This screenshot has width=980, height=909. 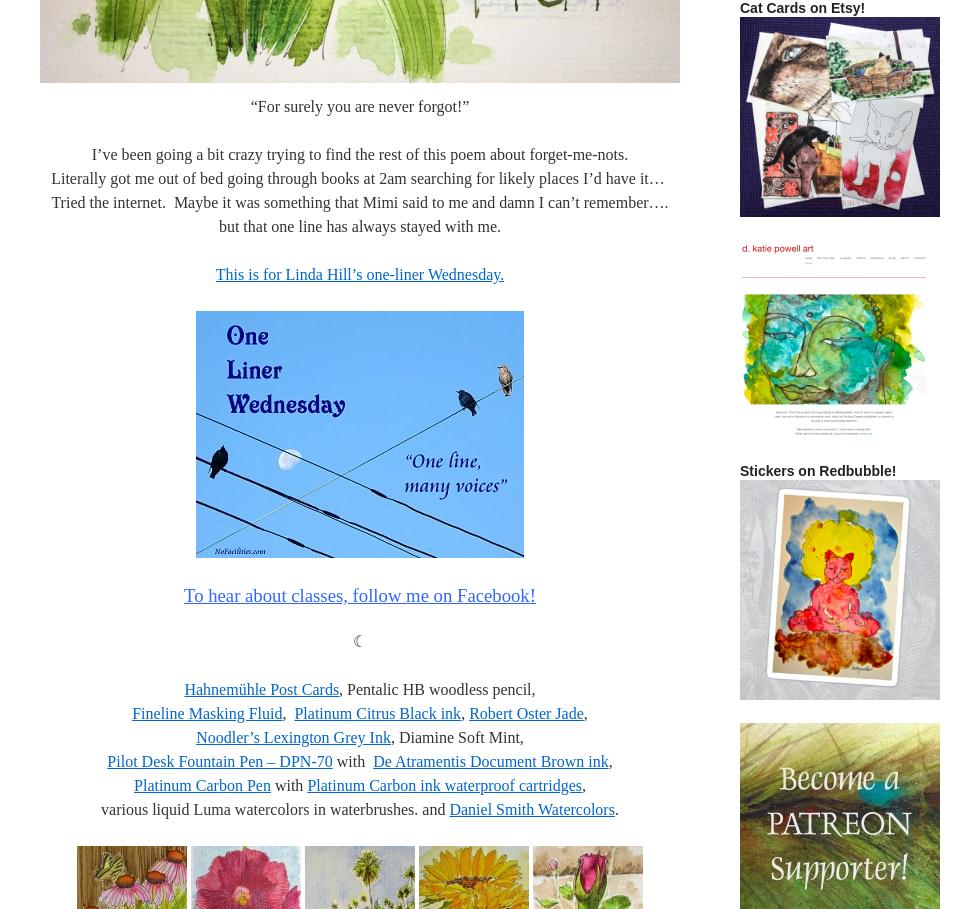 I want to click on 'Noodler’s Lexington Grey Ink', so click(x=293, y=737).